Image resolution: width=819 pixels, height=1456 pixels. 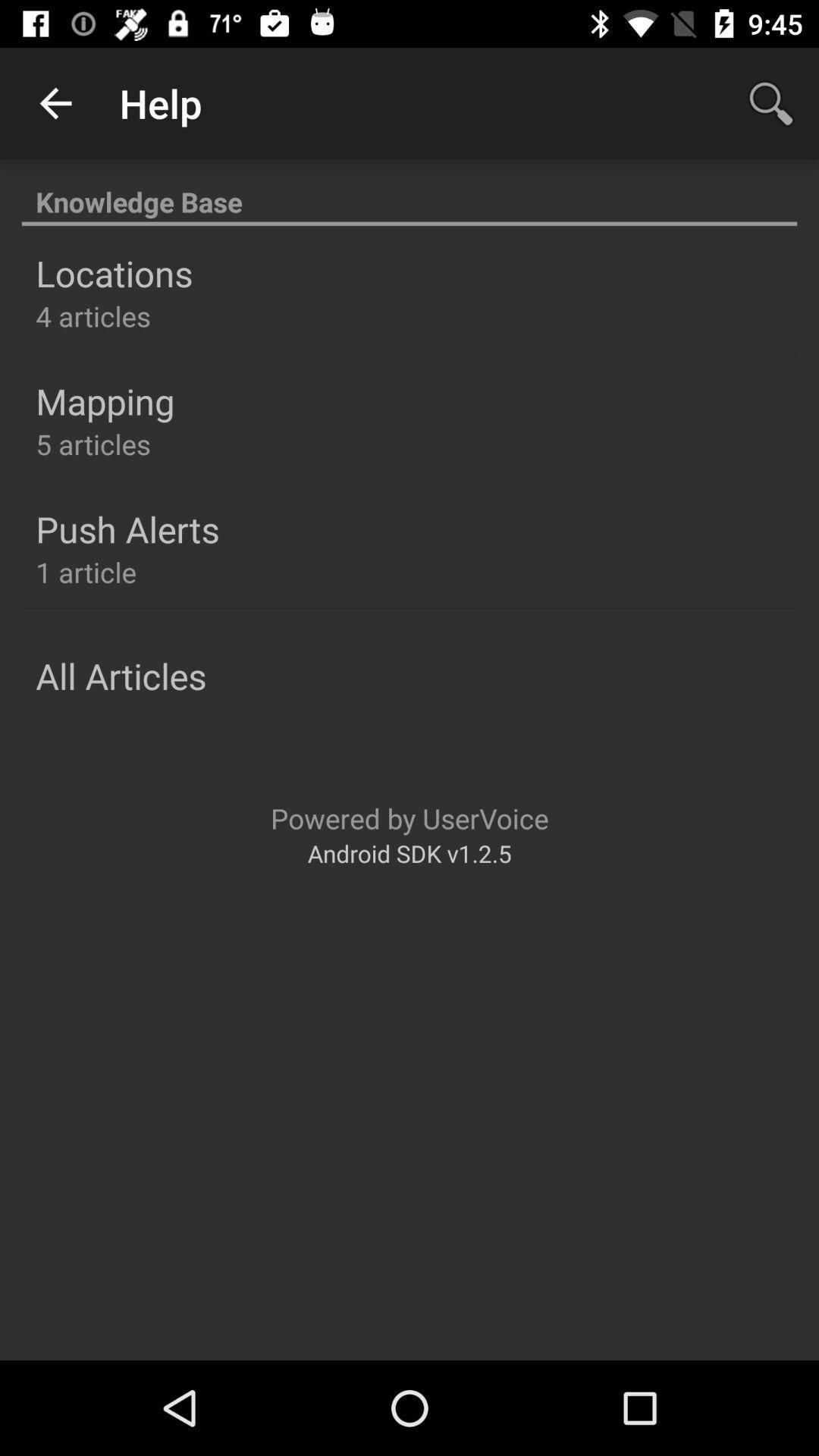 I want to click on item below all articles item, so click(x=409, y=817).